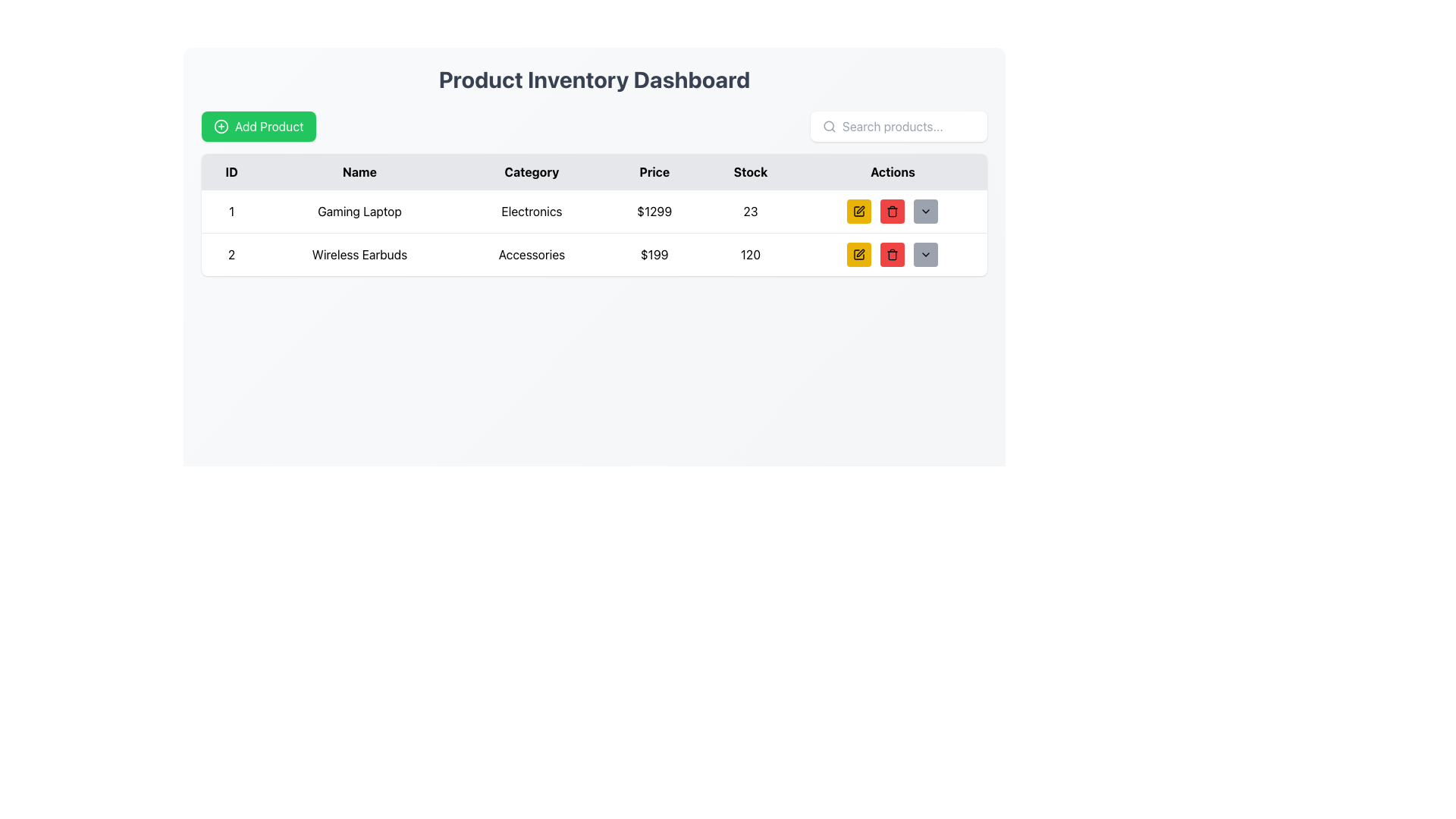 The width and height of the screenshot is (1456, 819). I want to click on the yellow button with a pen icon located in the 'Actions' column of the first data row aligned with the 'Gaming Laptop' entry, so click(858, 211).